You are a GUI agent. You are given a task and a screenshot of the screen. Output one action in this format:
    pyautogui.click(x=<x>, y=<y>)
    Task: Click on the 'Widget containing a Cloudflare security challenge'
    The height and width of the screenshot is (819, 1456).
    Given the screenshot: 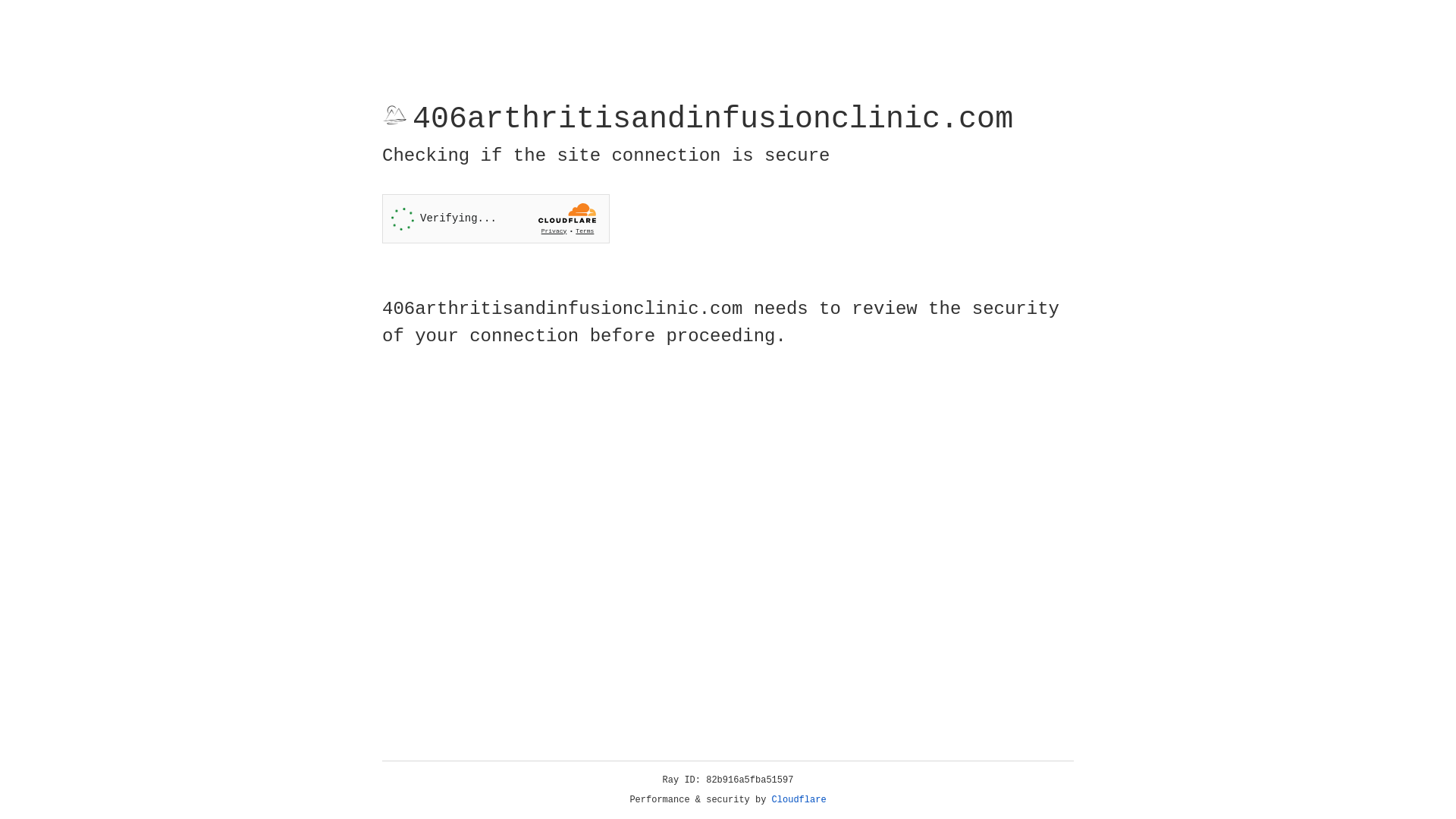 What is the action you would take?
    pyautogui.click(x=495, y=218)
    